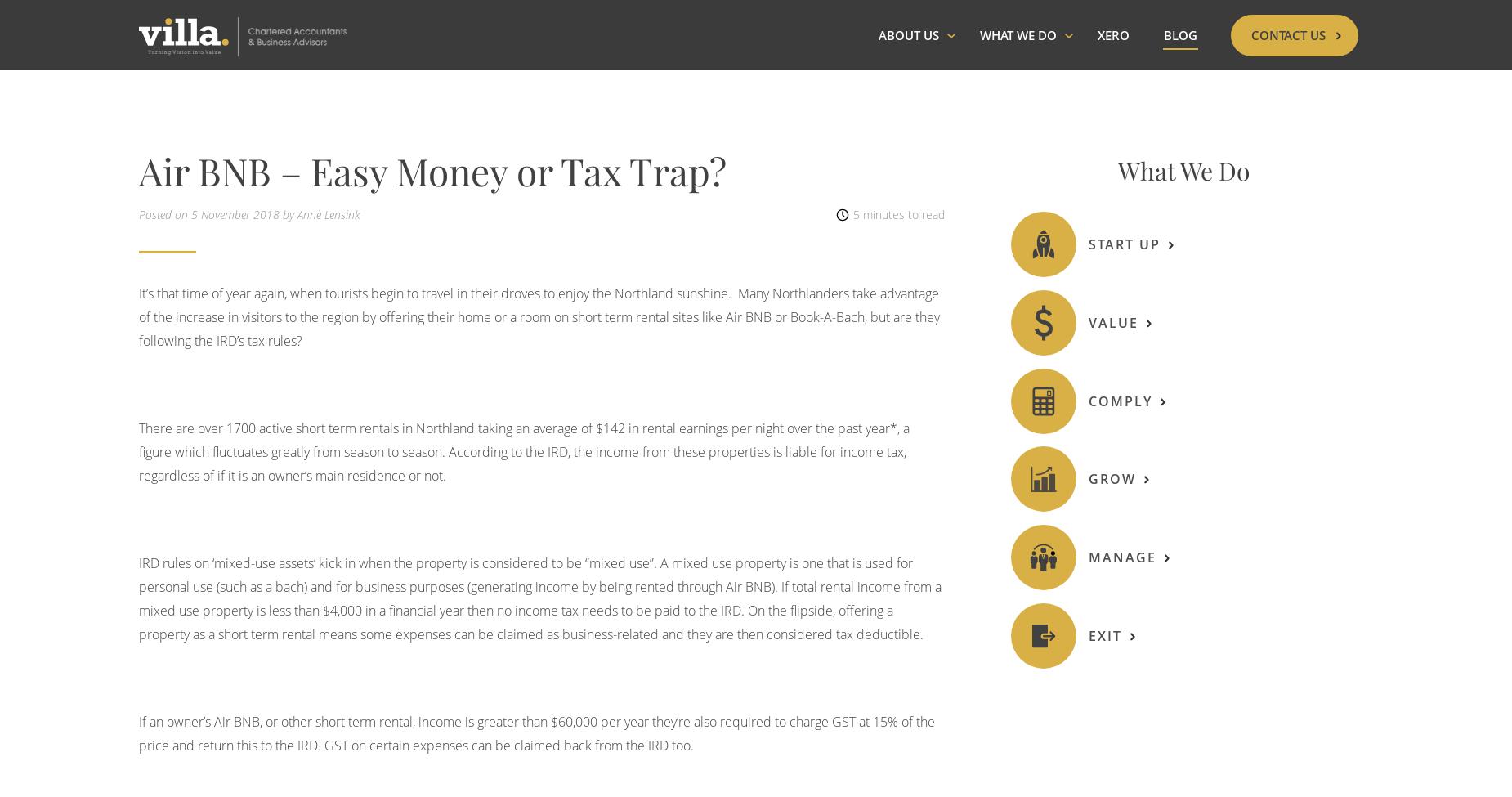  Describe the element at coordinates (539, 315) in the screenshot. I see `'It’s that time of year again, when tourists begin to travel in their droves to enjoy the Northland sunshine.  Many Northlanders take advantage of the increase in visitors to the region by offering their home or a room on short term rental sites like Air BNB or Book-A-Bach, but are they following the IRD’s tax rules?'` at that location.